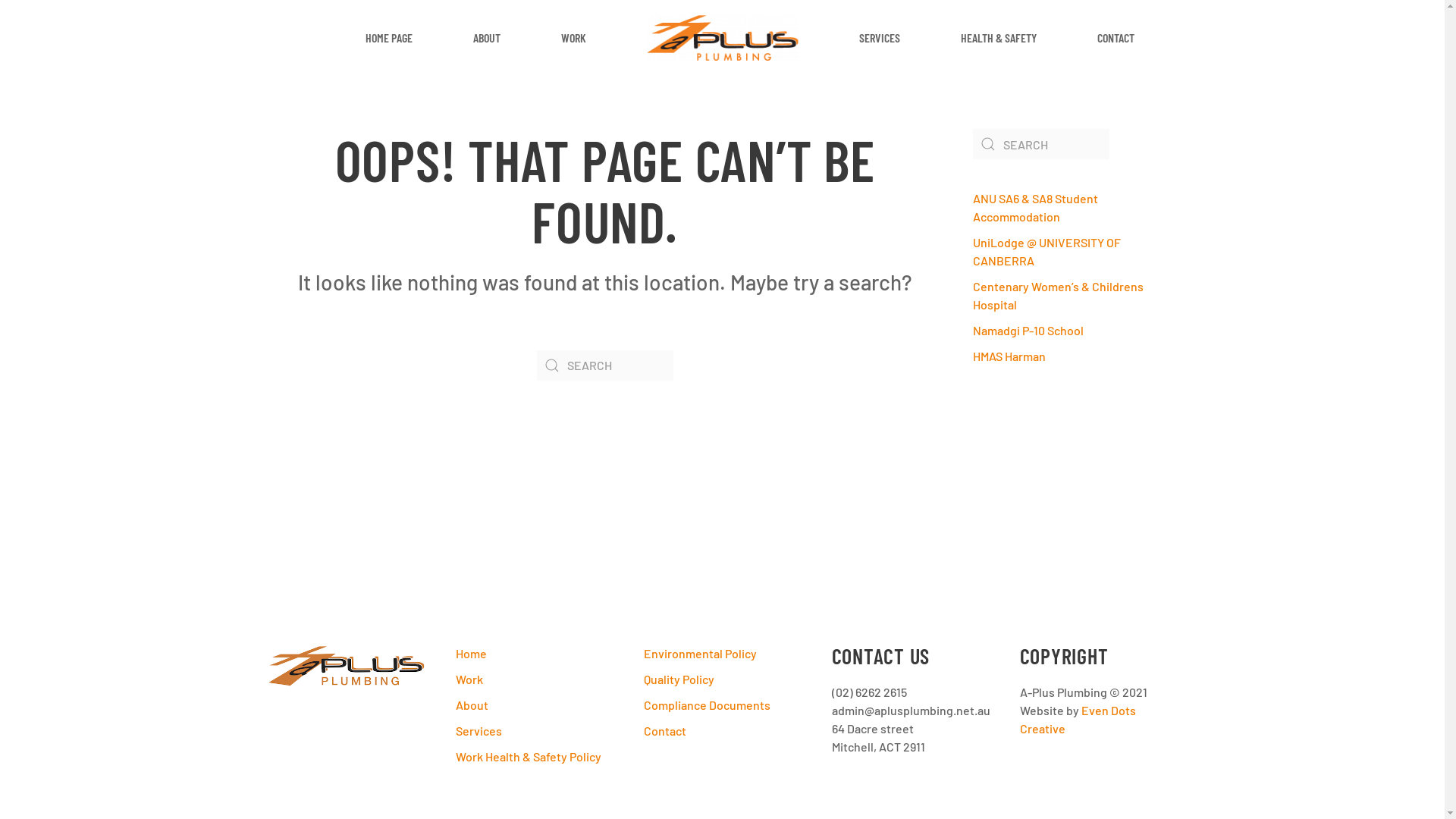 The height and width of the screenshot is (819, 1456). I want to click on 'HMAS Harman', so click(1008, 356).